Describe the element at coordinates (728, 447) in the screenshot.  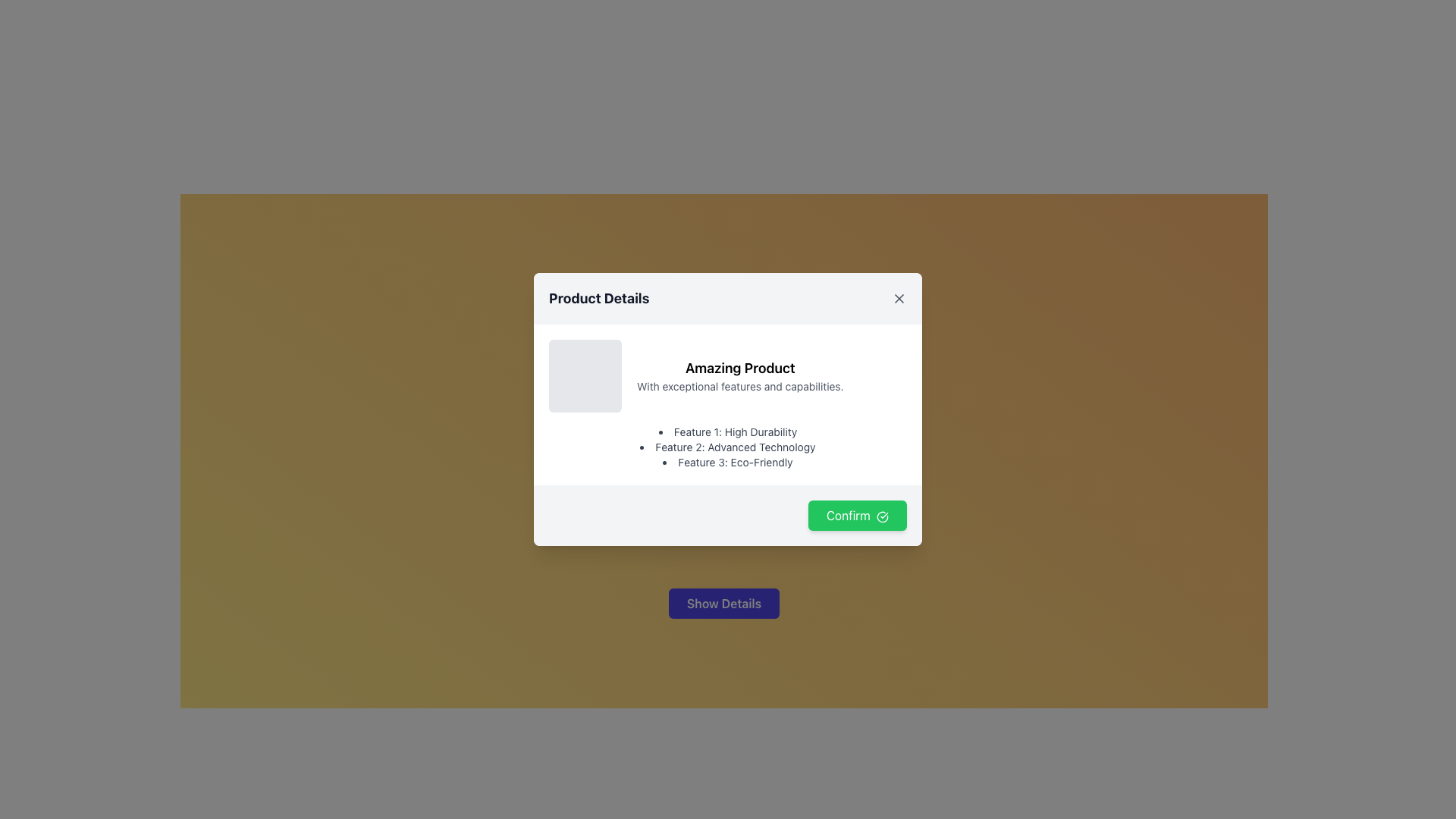
I see `the text element displaying 'Feature 2: Advanced Technology', which is the second item in a vertically arranged list of features in a modal window` at that location.